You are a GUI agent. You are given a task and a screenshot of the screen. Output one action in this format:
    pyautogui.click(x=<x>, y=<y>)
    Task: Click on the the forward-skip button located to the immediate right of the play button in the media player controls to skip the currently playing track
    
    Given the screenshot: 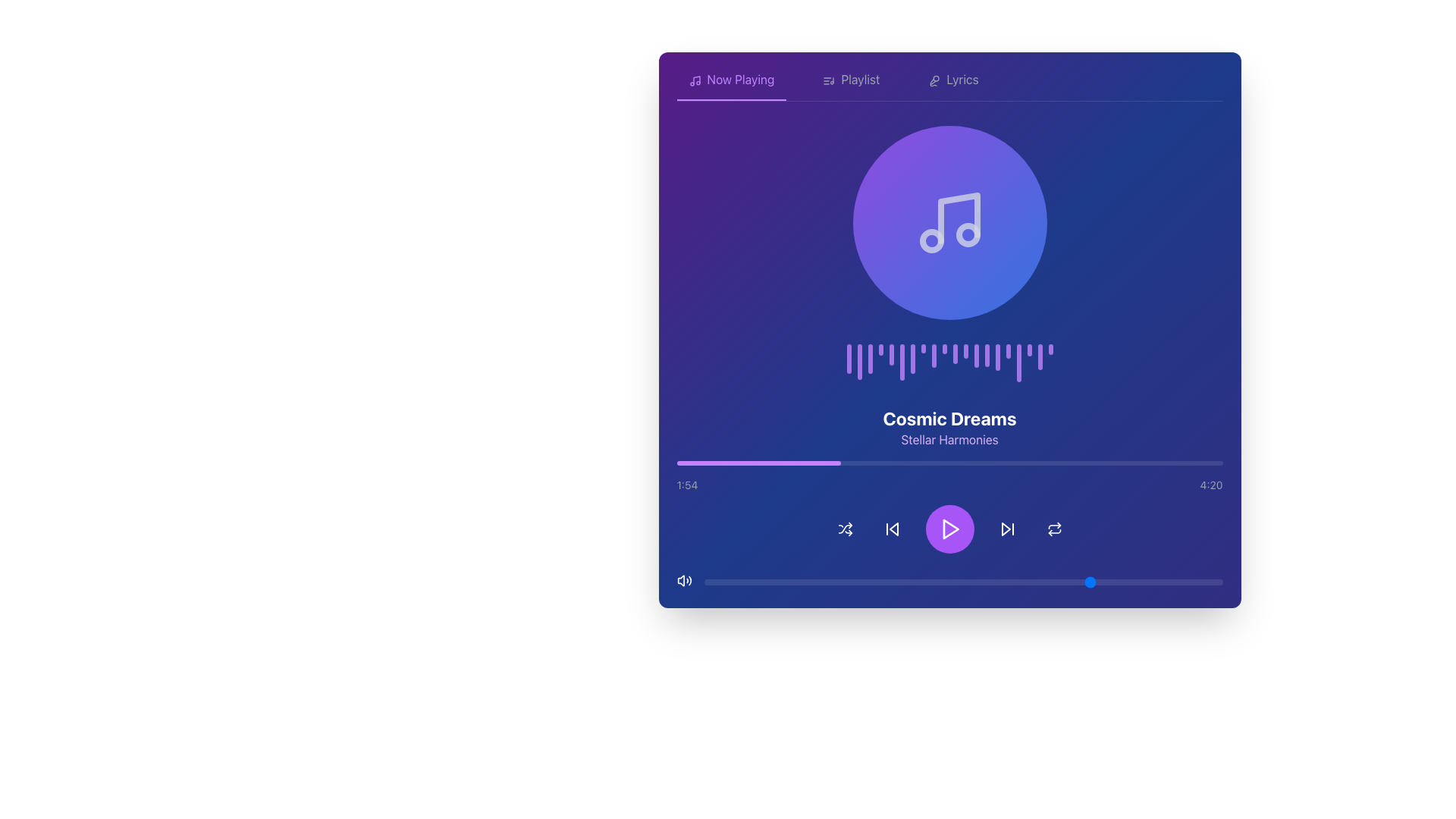 What is the action you would take?
    pyautogui.click(x=1006, y=529)
    